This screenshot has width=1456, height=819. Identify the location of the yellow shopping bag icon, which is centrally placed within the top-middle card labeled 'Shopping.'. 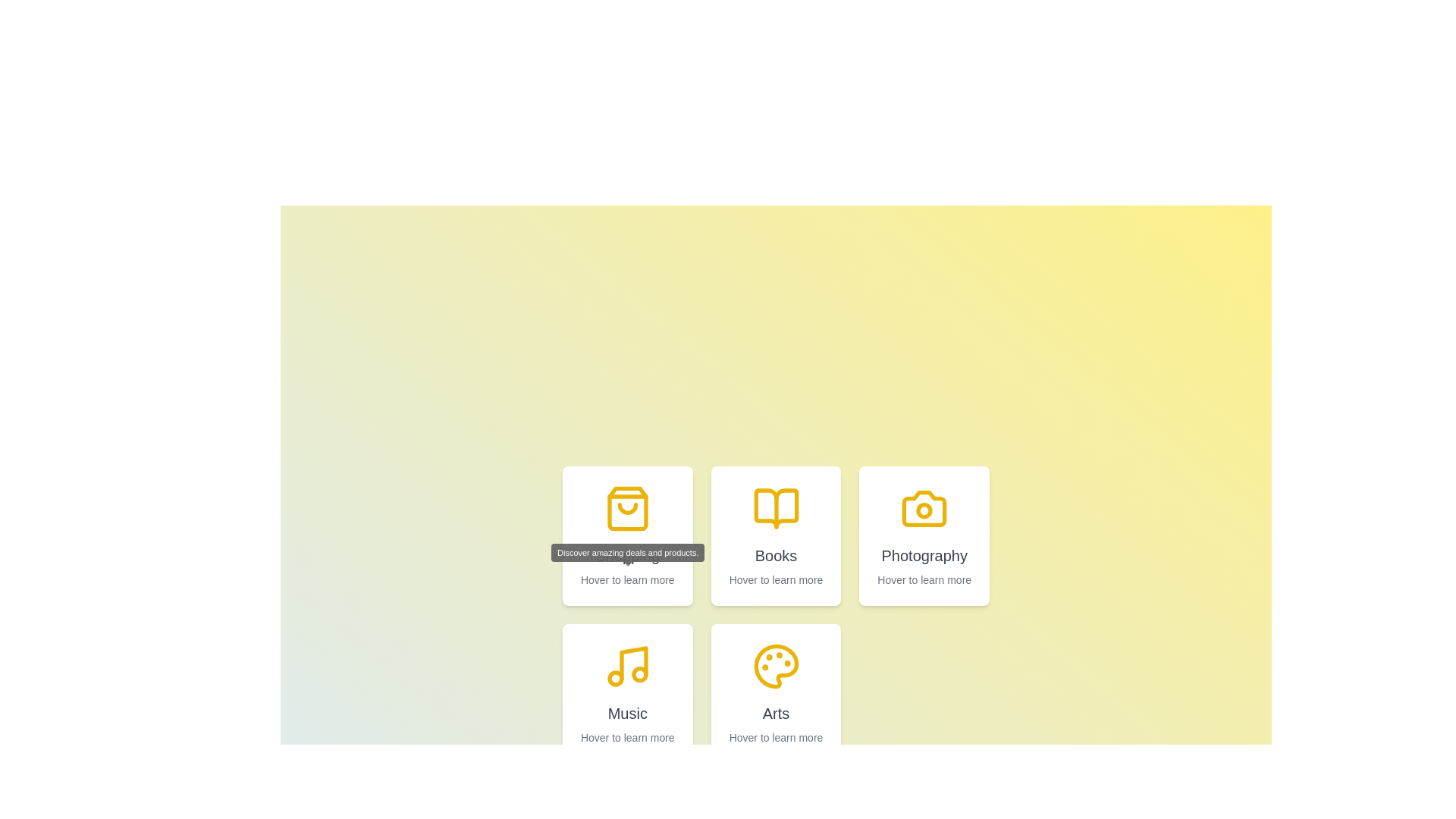
(627, 509).